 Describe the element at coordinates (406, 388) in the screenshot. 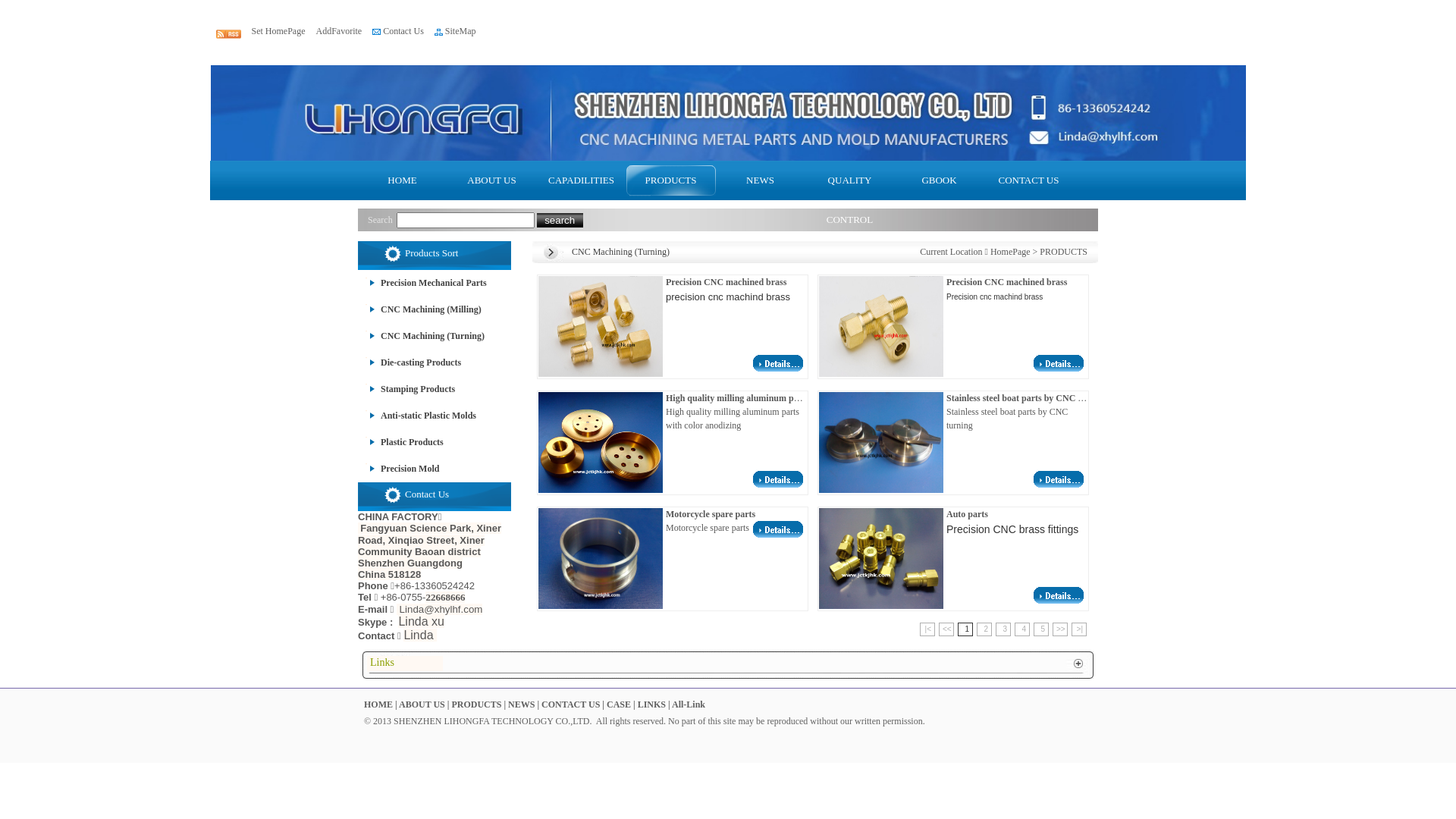

I see `'Stamping Products'` at that location.